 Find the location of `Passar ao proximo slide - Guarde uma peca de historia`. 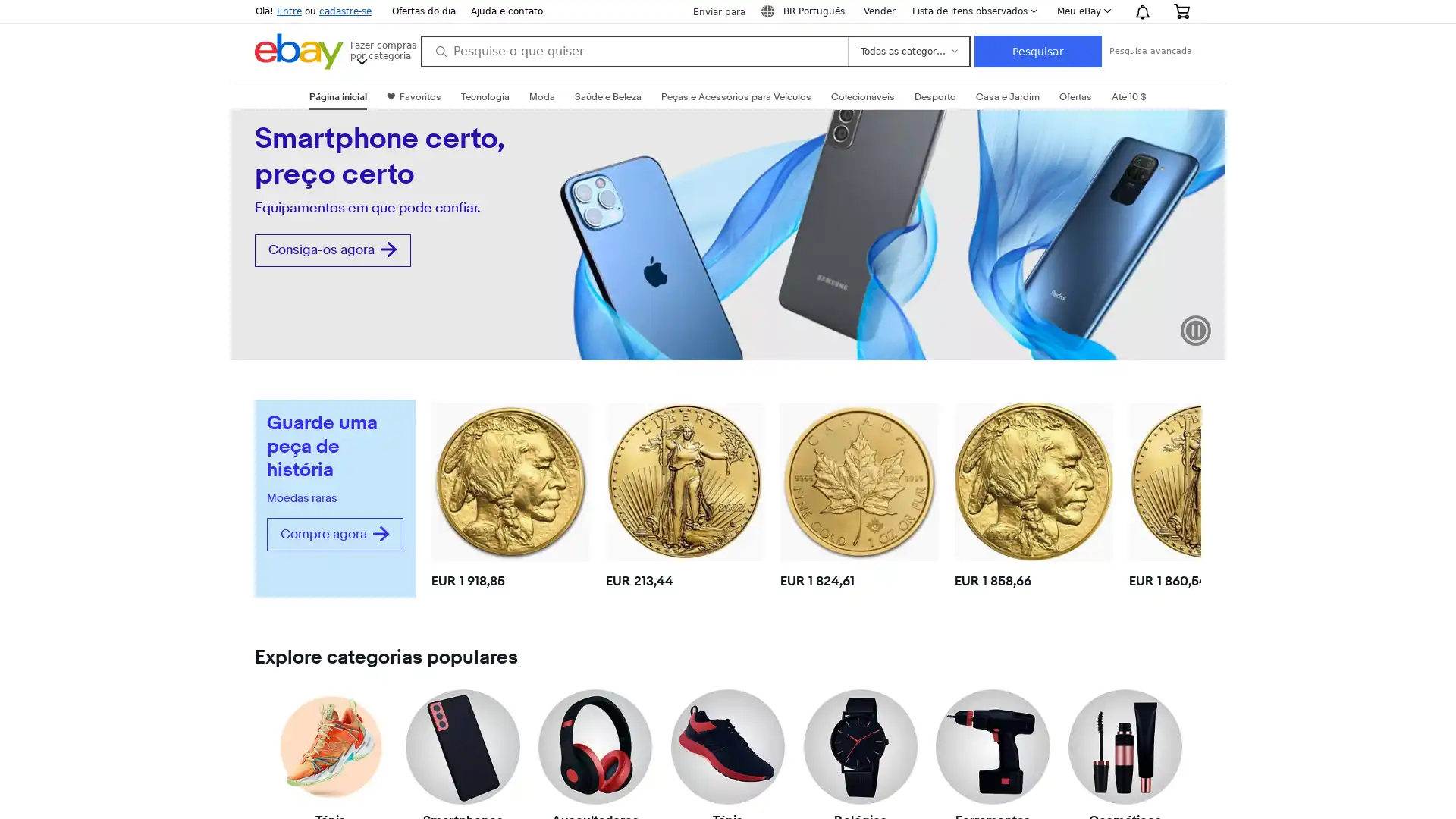

Passar ao proximo slide - Guarde uma peca de historia is located at coordinates (1188, 494).